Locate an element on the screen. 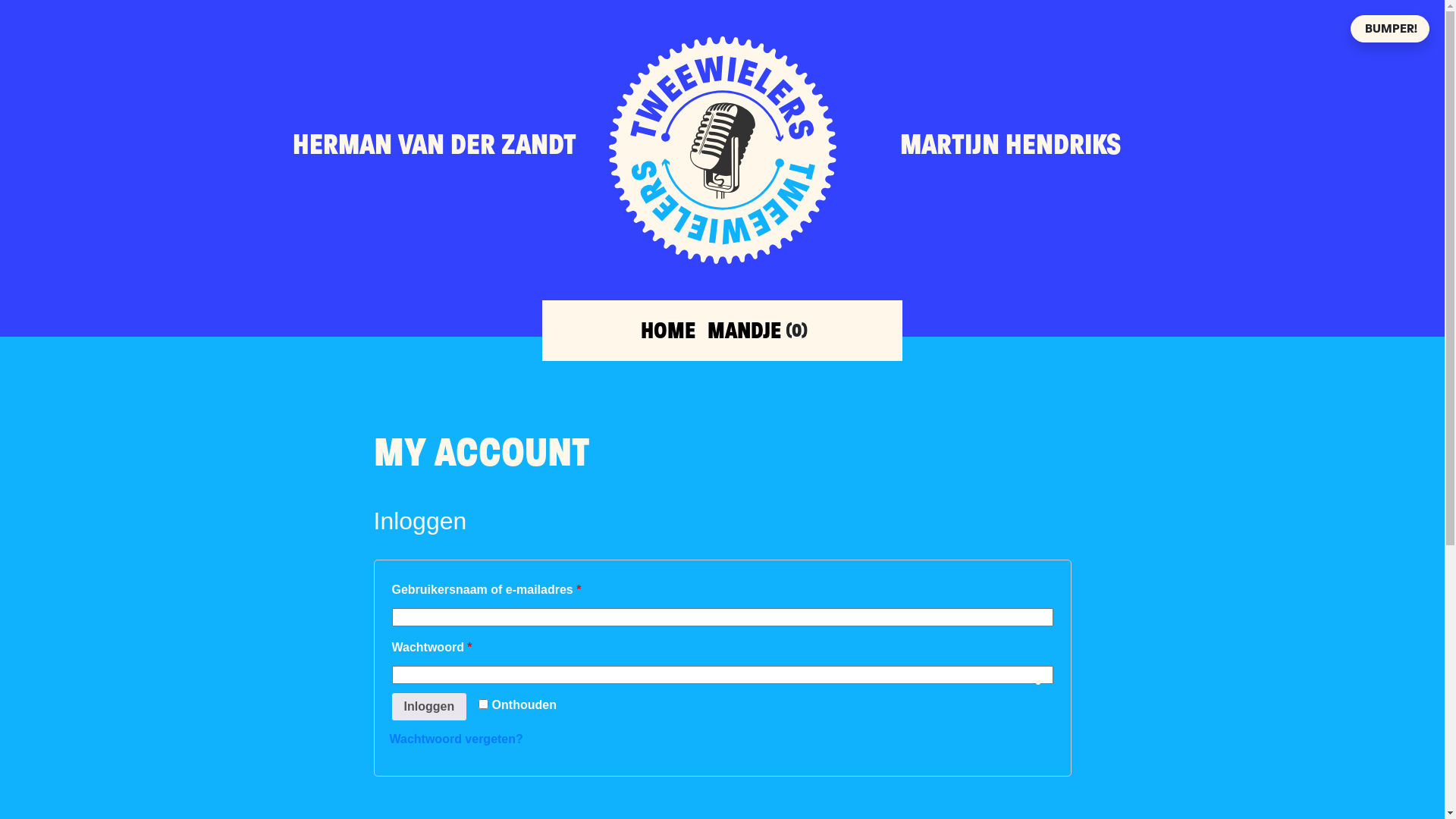  'BUMPER!' is located at coordinates (1390, 29).